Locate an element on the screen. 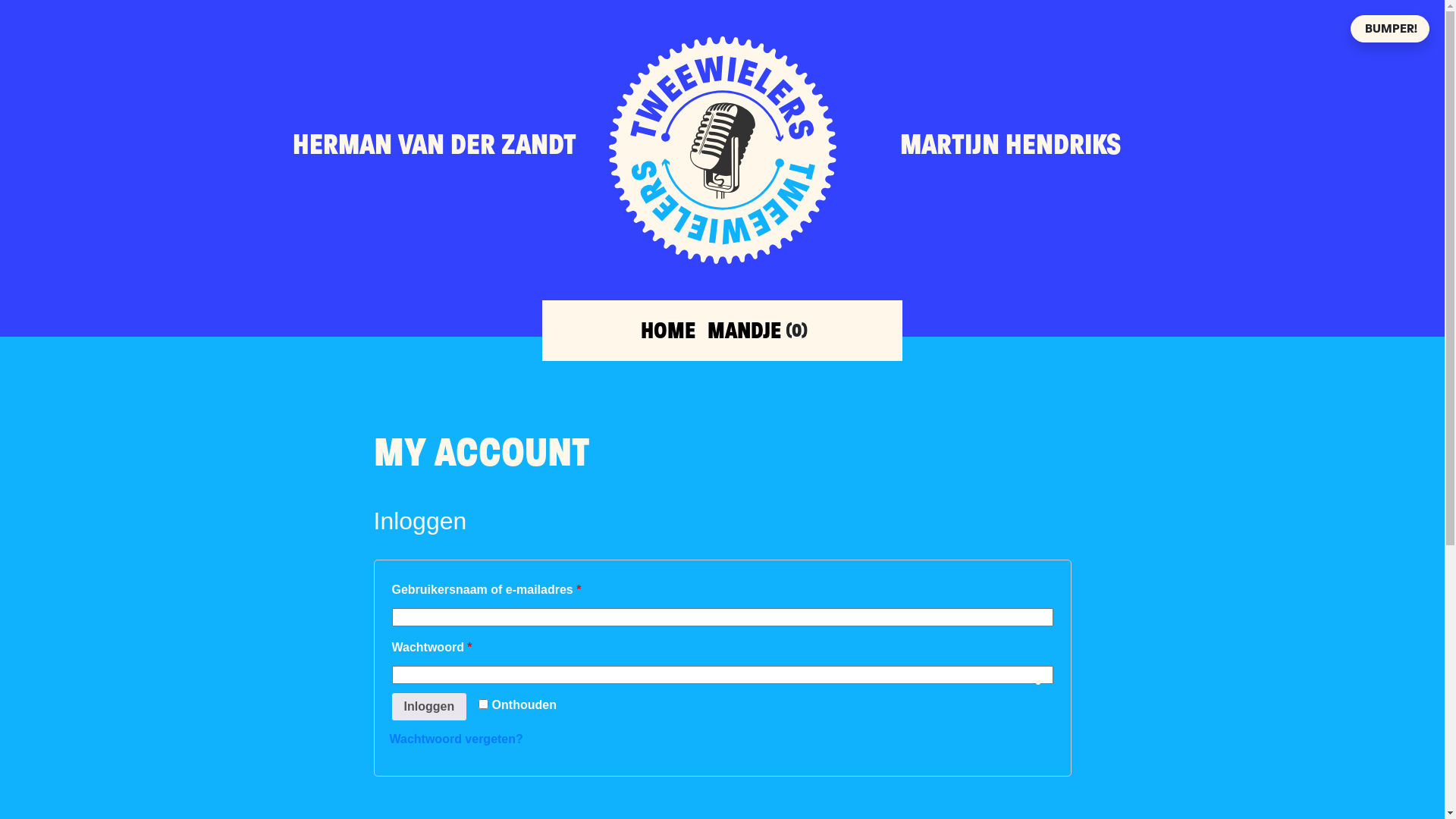  'BUMPER!' is located at coordinates (1390, 29).